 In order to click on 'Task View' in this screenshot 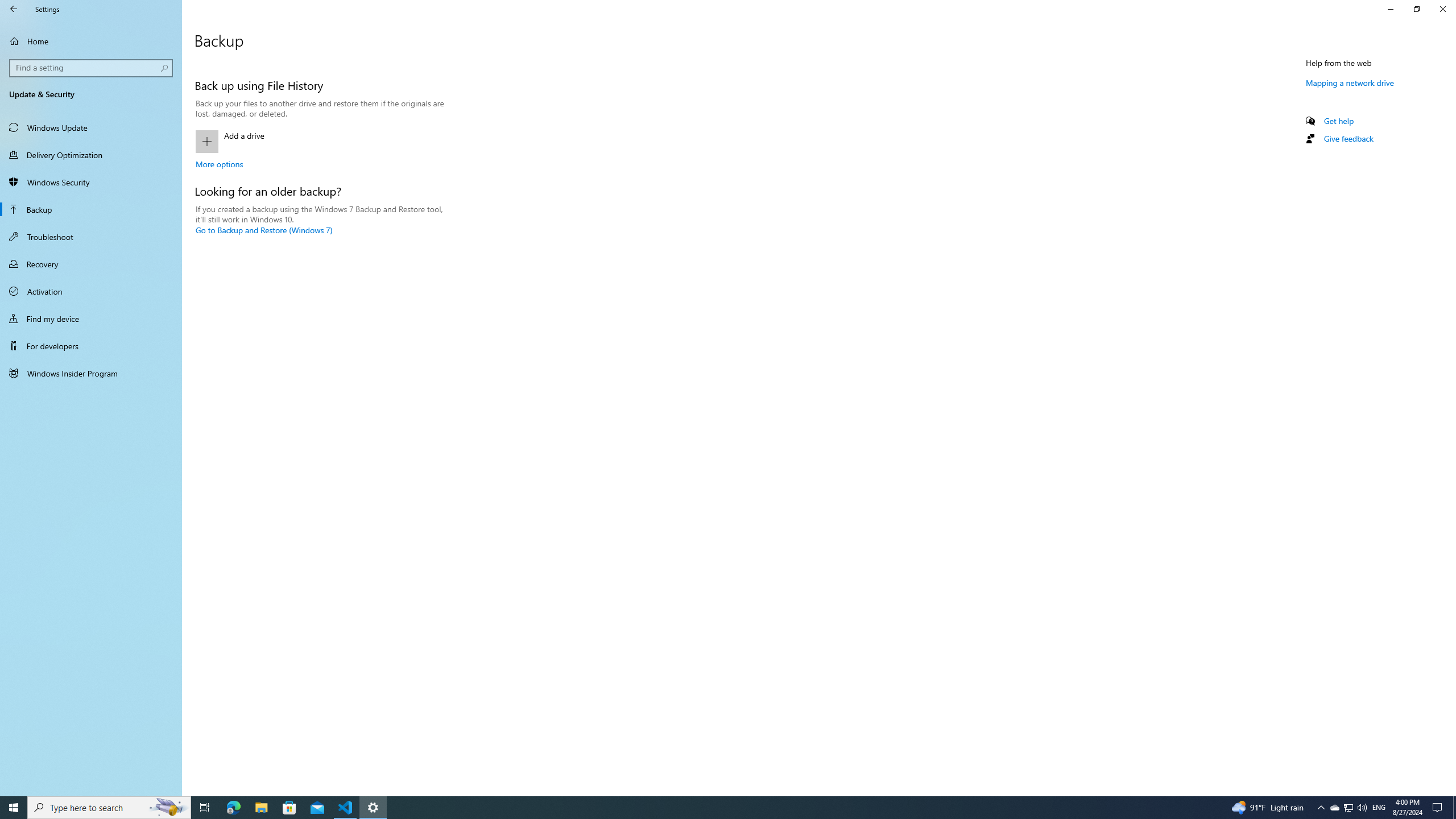, I will do `click(204, 806)`.